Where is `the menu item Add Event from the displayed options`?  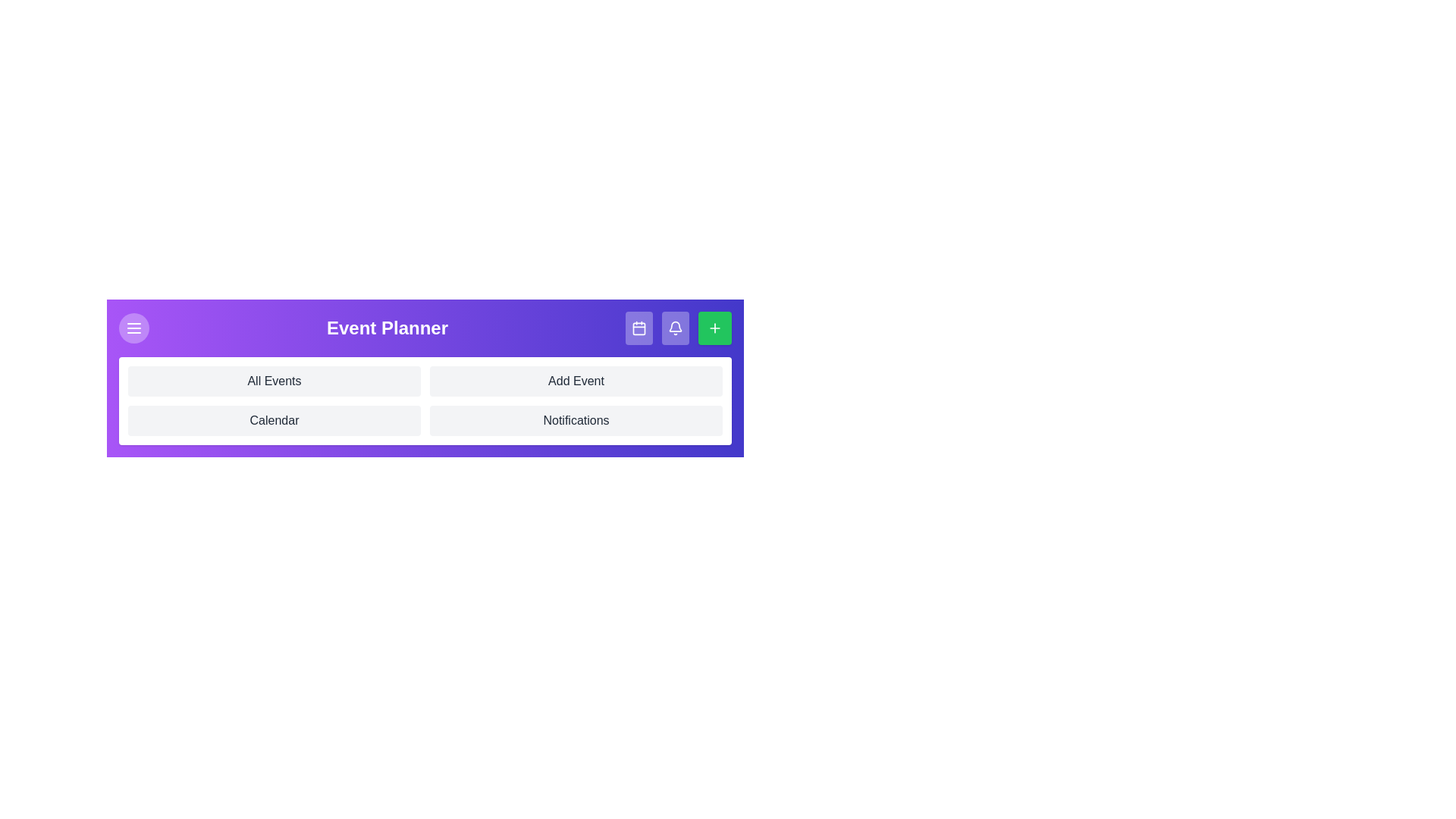
the menu item Add Event from the displayed options is located at coordinates (575, 380).